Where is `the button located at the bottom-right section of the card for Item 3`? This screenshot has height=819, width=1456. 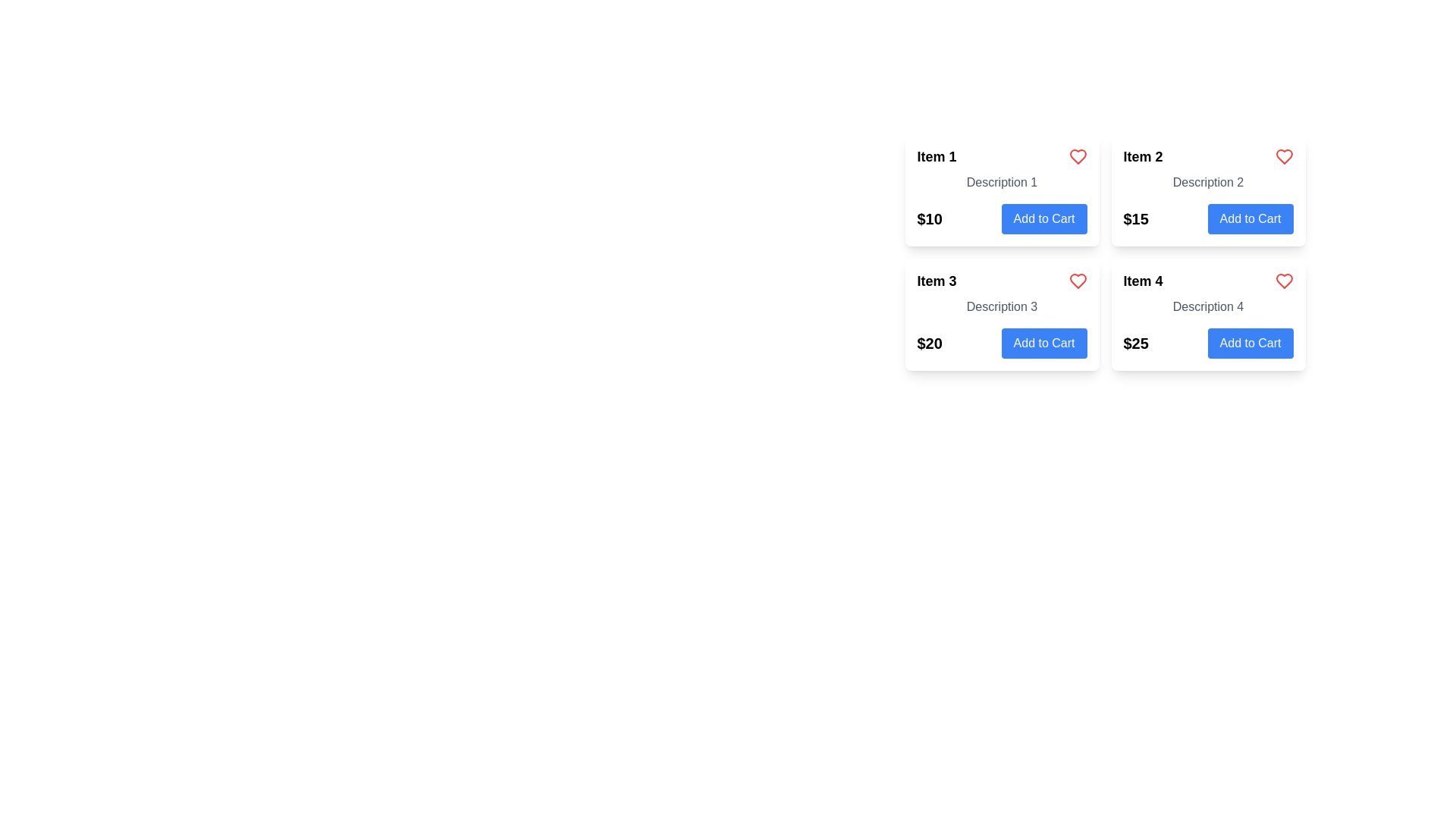 the button located at the bottom-right section of the card for Item 3 is located at coordinates (1043, 343).